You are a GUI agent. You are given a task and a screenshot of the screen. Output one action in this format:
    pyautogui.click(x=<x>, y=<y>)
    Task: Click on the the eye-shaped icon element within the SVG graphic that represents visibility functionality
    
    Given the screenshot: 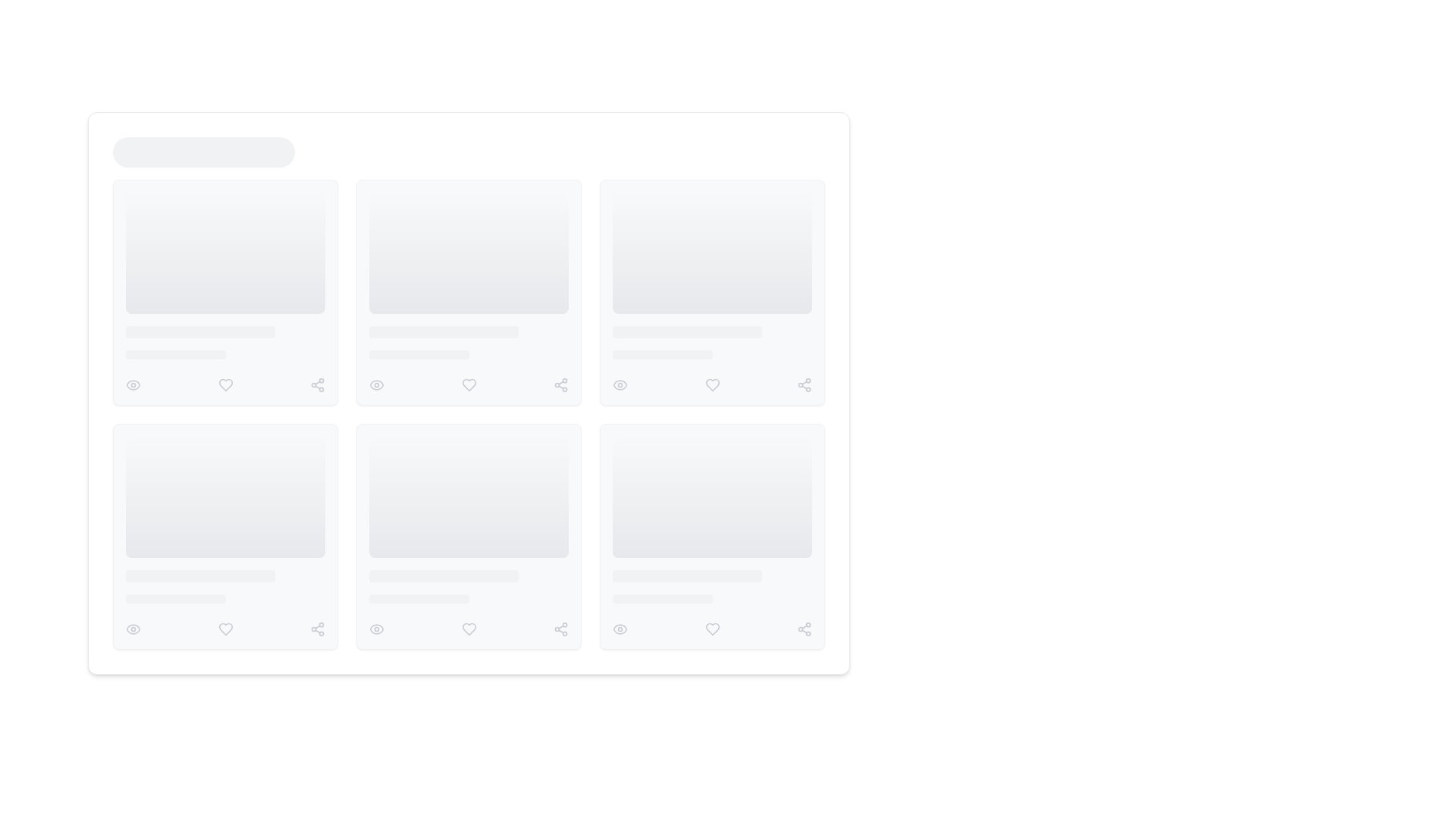 What is the action you would take?
    pyautogui.click(x=620, y=629)
    